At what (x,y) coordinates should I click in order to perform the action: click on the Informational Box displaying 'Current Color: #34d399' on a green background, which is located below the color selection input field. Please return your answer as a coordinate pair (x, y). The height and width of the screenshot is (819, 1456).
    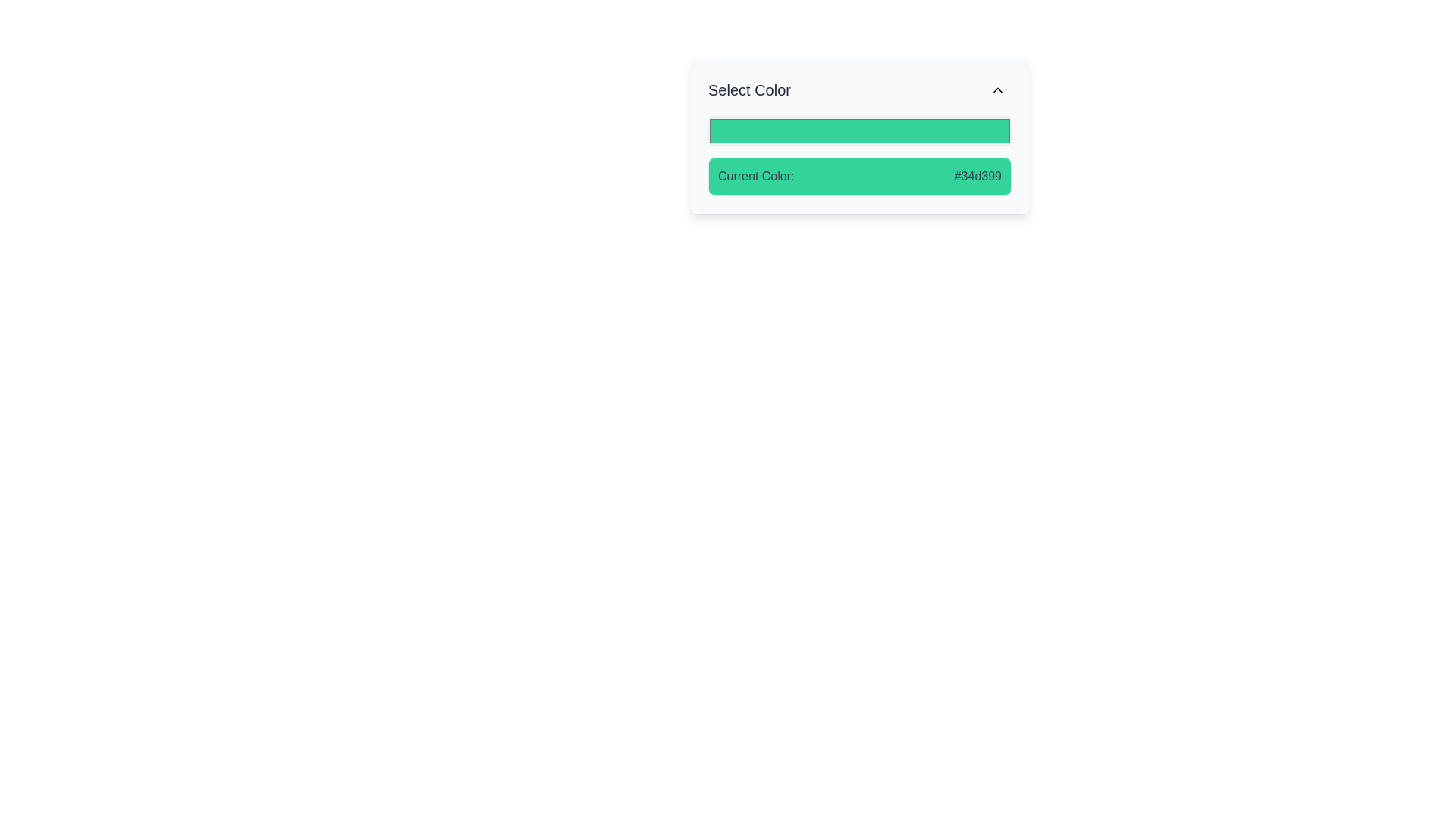
    Looking at the image, I should click on (859, 155).